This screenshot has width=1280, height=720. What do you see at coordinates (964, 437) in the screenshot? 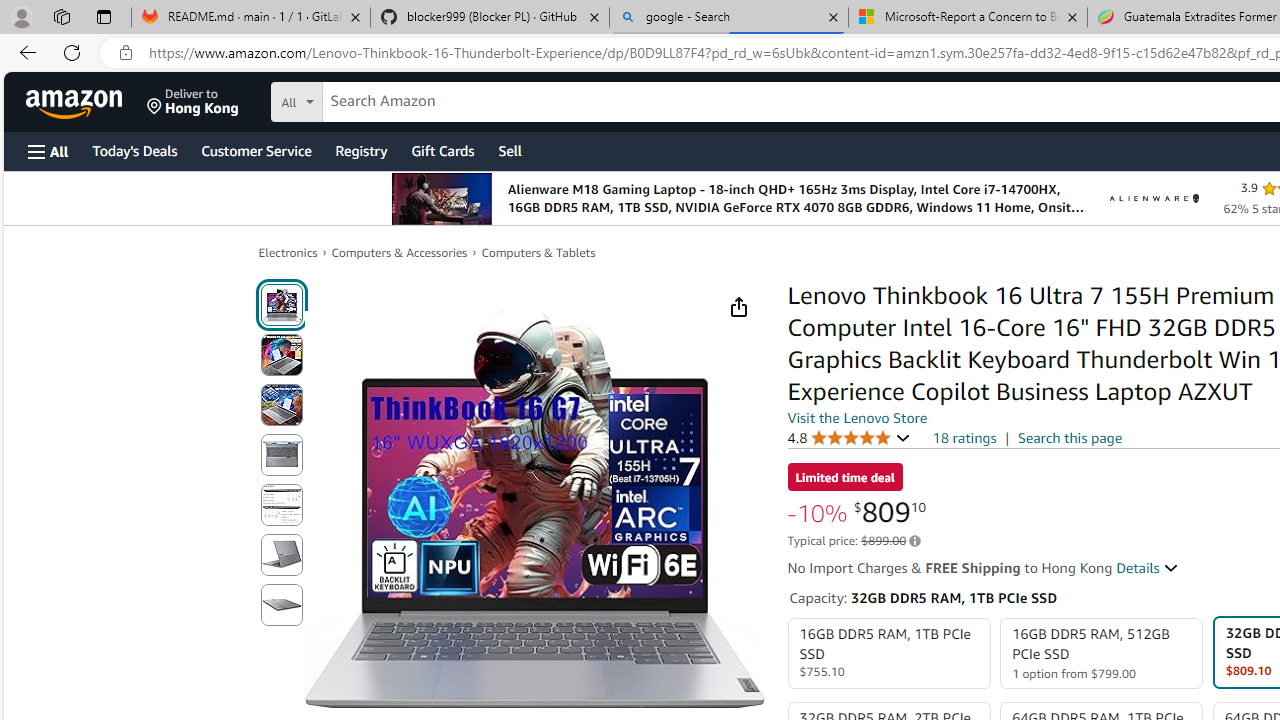
I see `'18 ratings'` at bounding box center [964, 437].